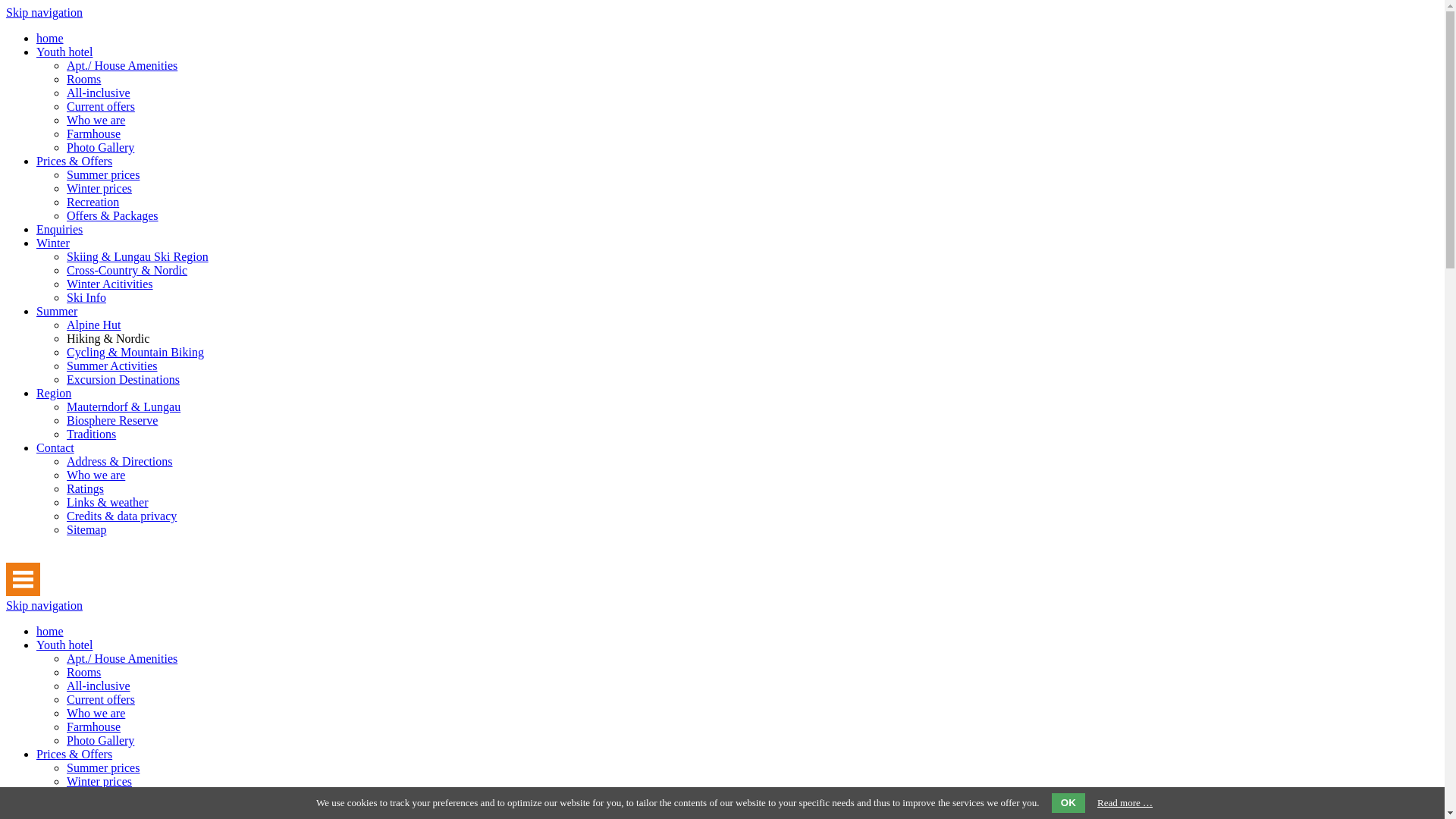 This screenshot has width=1456, height=819. I want to click on 'Ratings', so click(65, 488).